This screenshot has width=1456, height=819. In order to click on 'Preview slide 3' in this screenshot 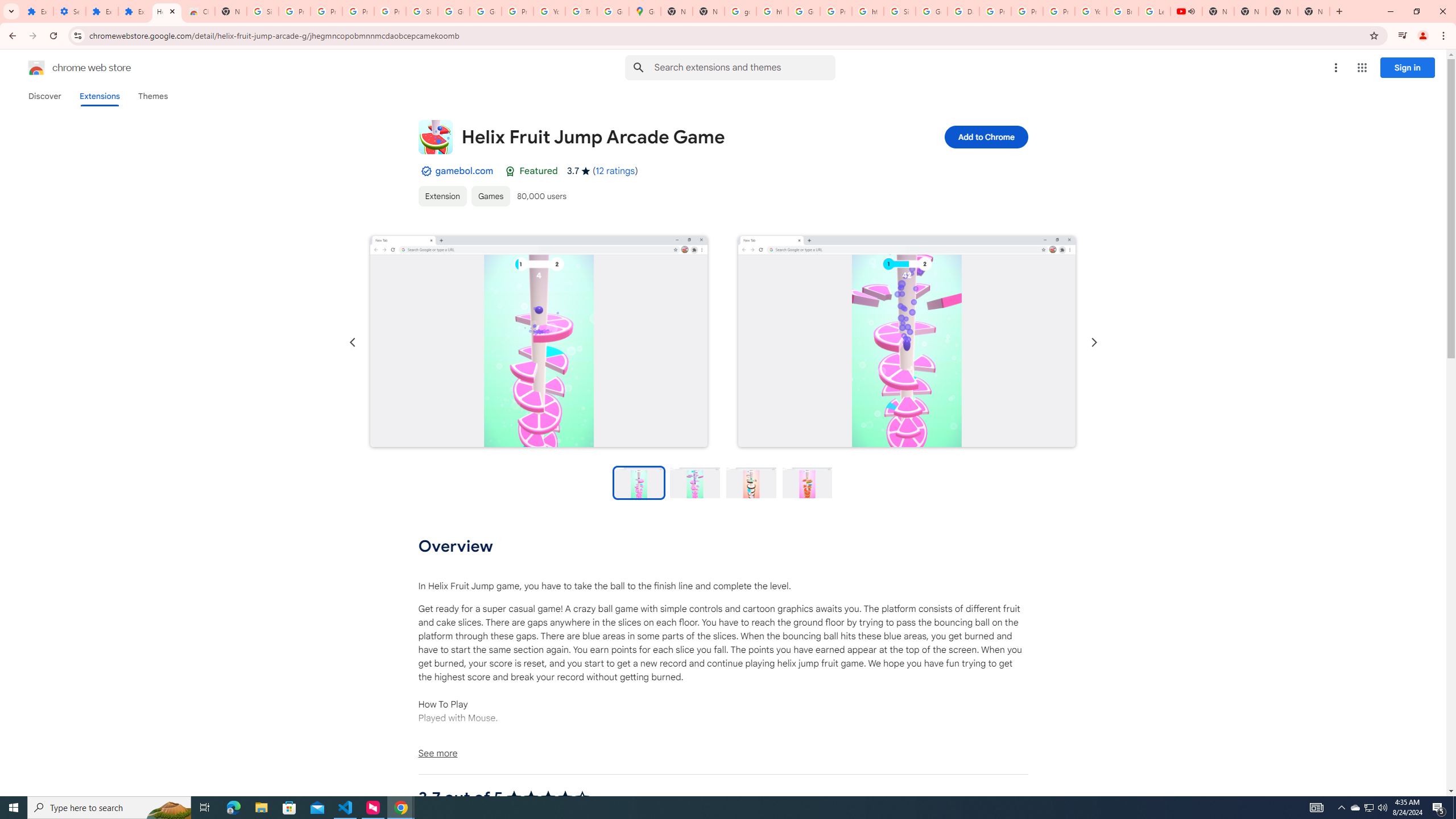, I will do `click(751, 482)`.